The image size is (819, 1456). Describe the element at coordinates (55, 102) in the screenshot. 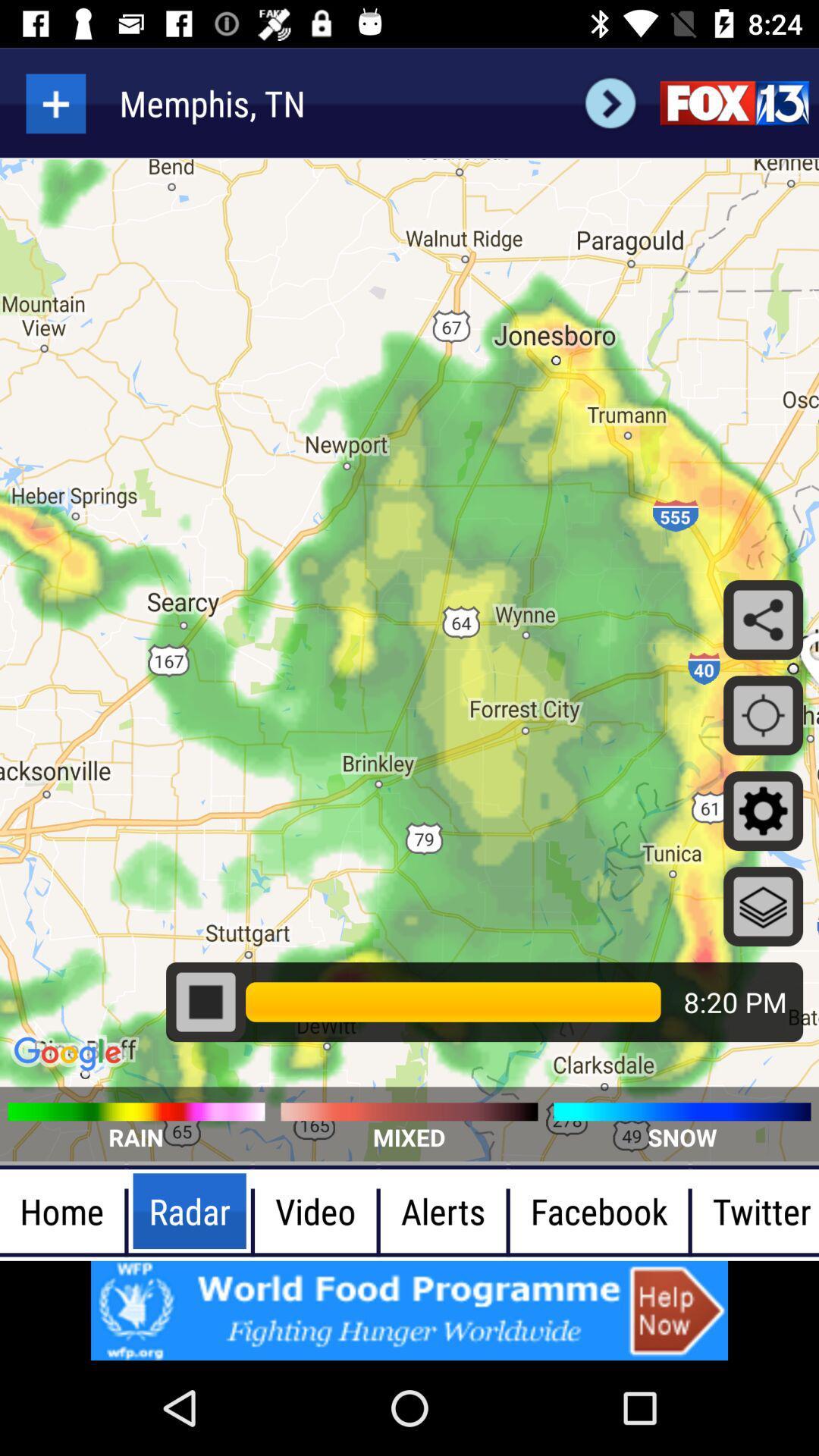

I see `the add icon` at that location.